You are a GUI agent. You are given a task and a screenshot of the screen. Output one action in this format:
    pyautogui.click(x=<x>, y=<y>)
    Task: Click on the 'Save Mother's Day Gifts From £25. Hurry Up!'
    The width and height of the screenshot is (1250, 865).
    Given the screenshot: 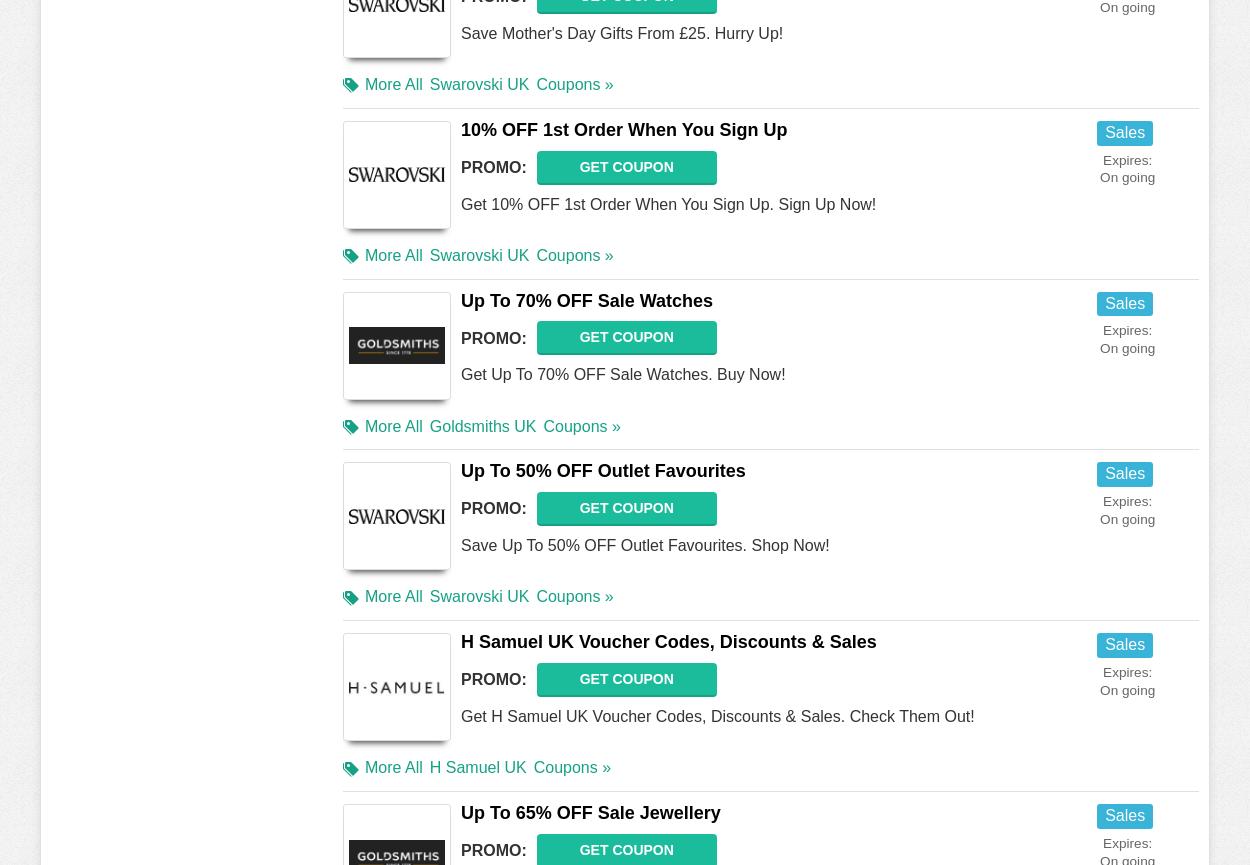 What is the action you would take?
    pyautogui.click(x=621, y=32)
    